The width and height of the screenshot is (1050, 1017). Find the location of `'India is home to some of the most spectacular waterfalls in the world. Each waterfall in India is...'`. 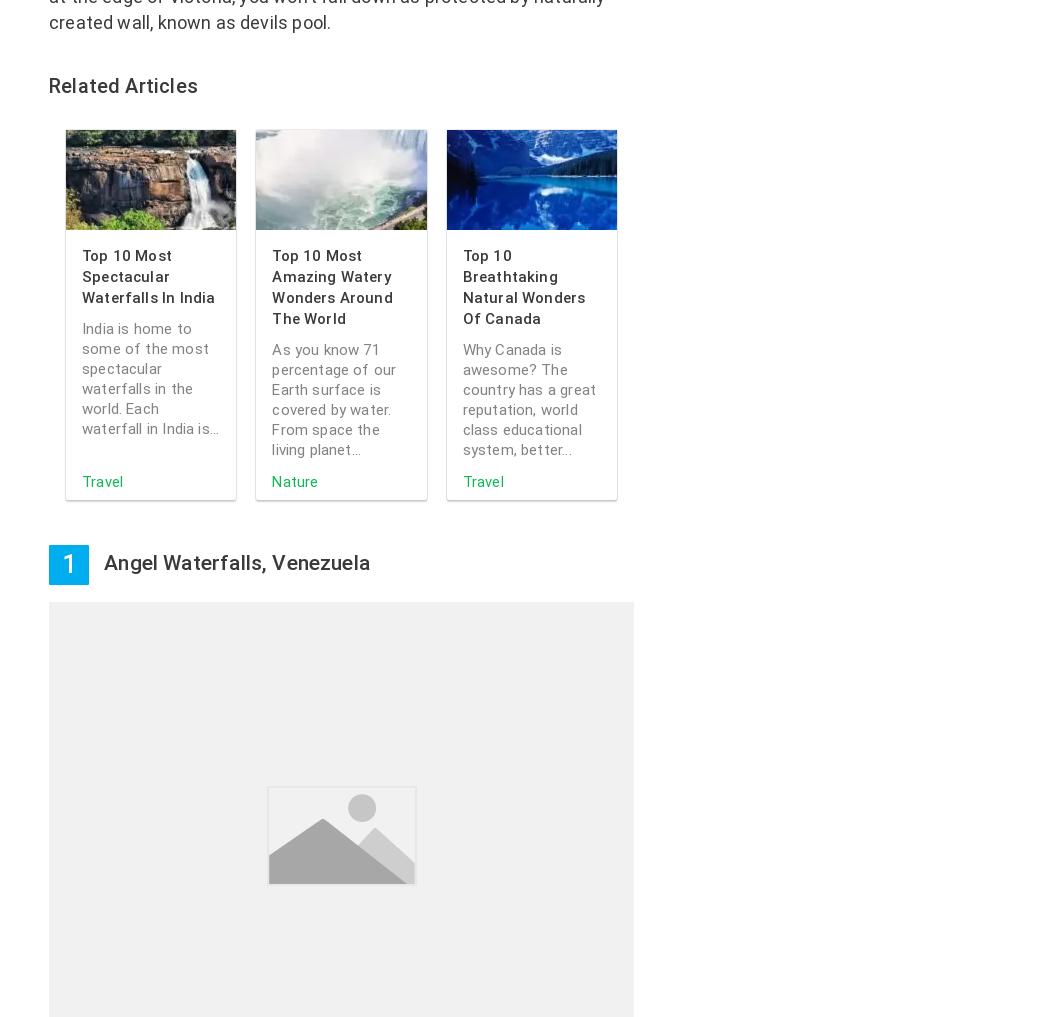

'India is home to some of the most spectacular waterfalls in the world. Each waterfall in India is...' is located at coordinates (150, 378).